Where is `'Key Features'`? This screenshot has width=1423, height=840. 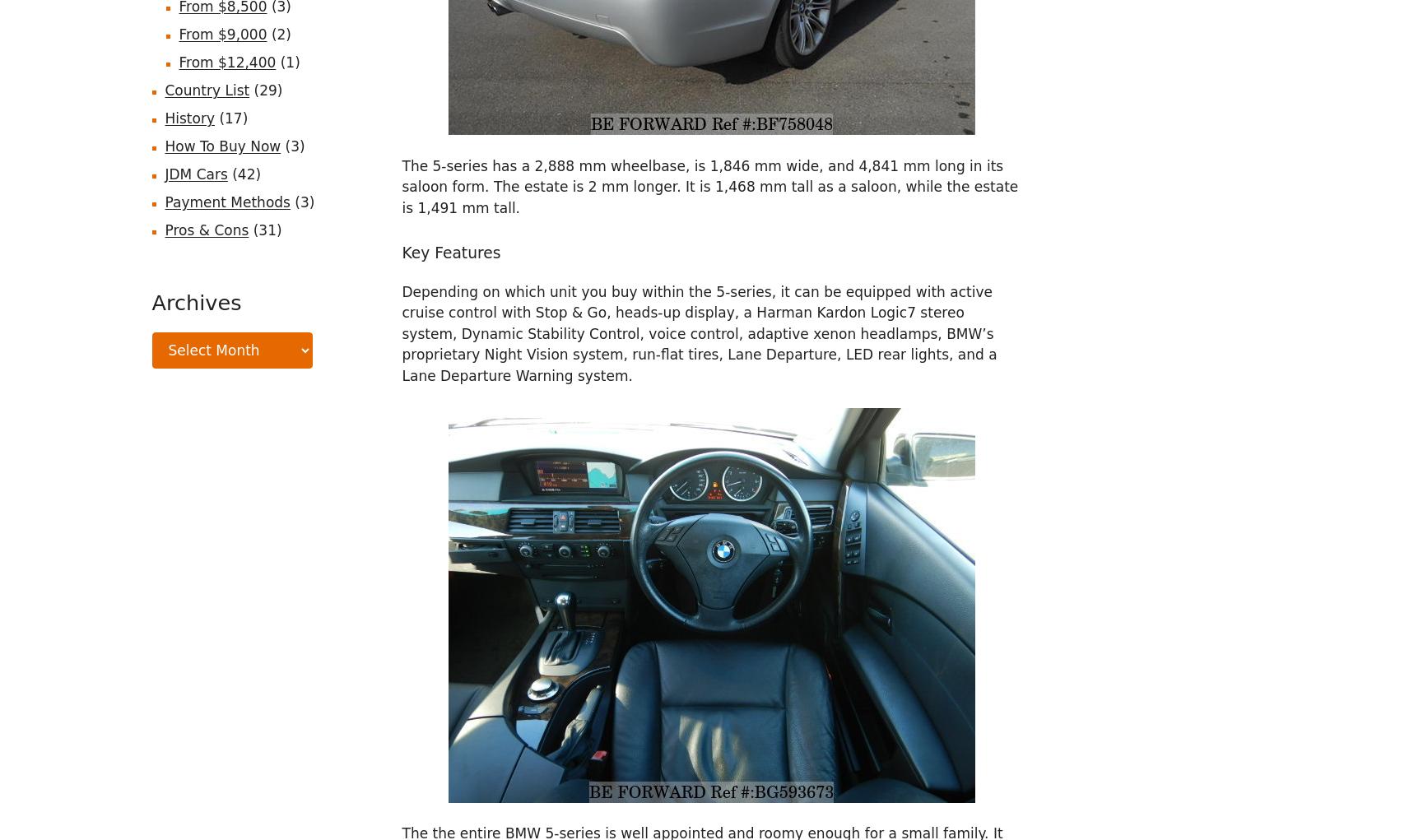 'Key Features' is located at coordinates (450, 252).